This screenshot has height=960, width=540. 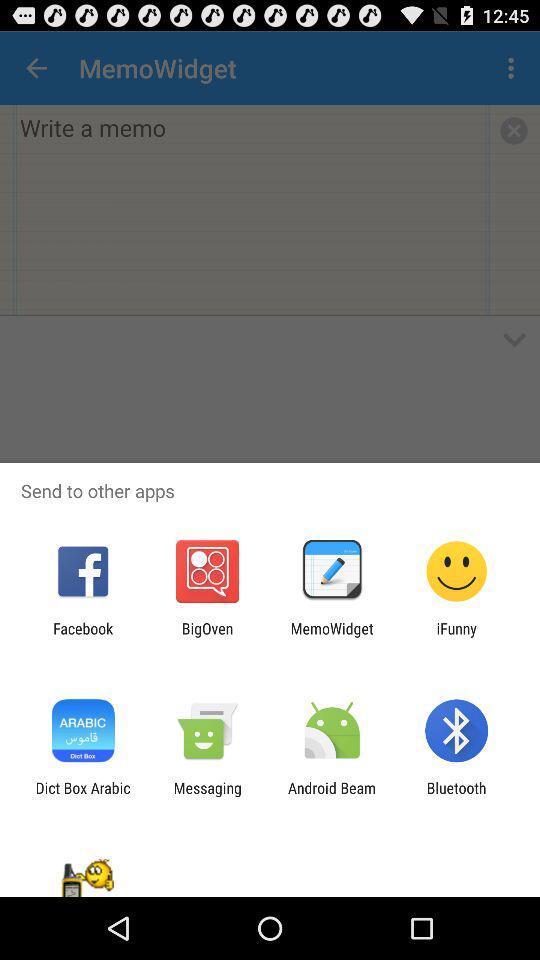 What do you see at coordinates (332, 796) in the screenshot?
I see `the icon to the left of the bluetooth item` at bounding box center [332, 796].